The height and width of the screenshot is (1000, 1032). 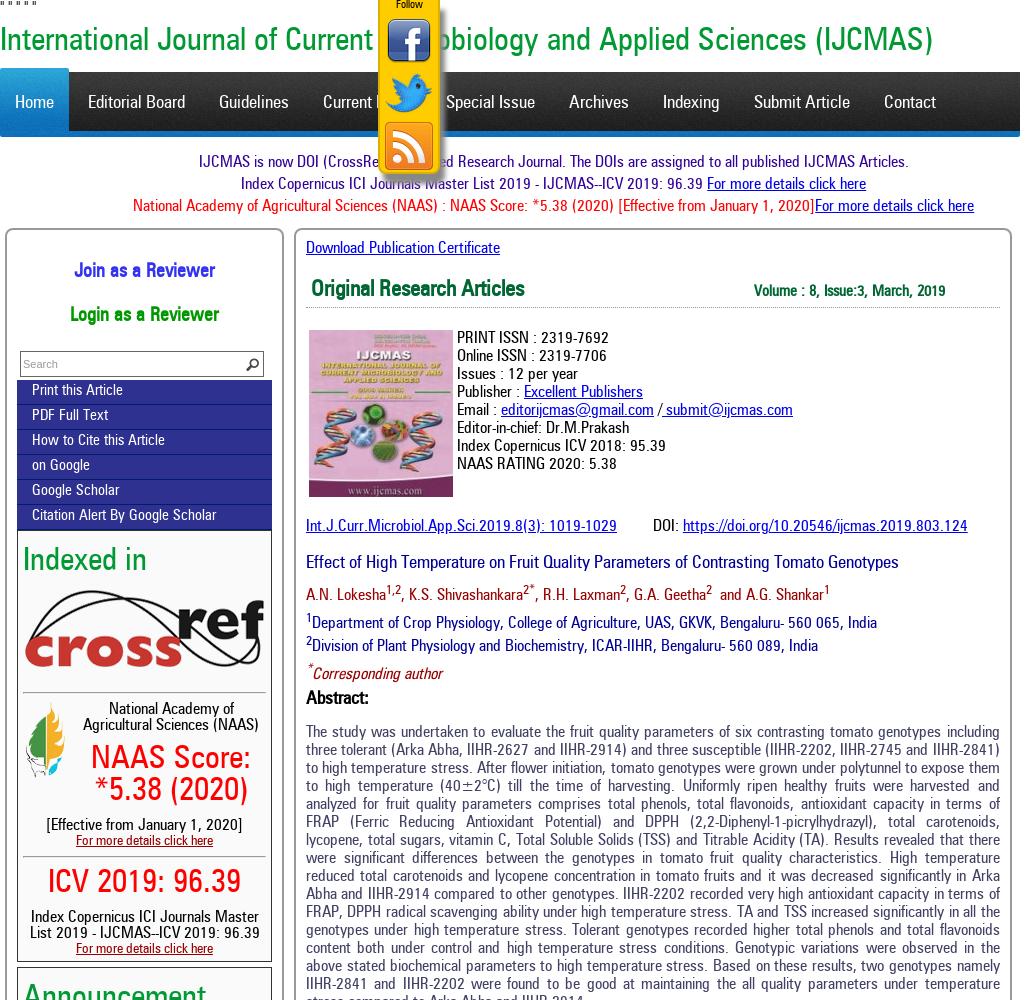 I want to click on 'ICV 2019: 96.39', so click(x=143, y=884).